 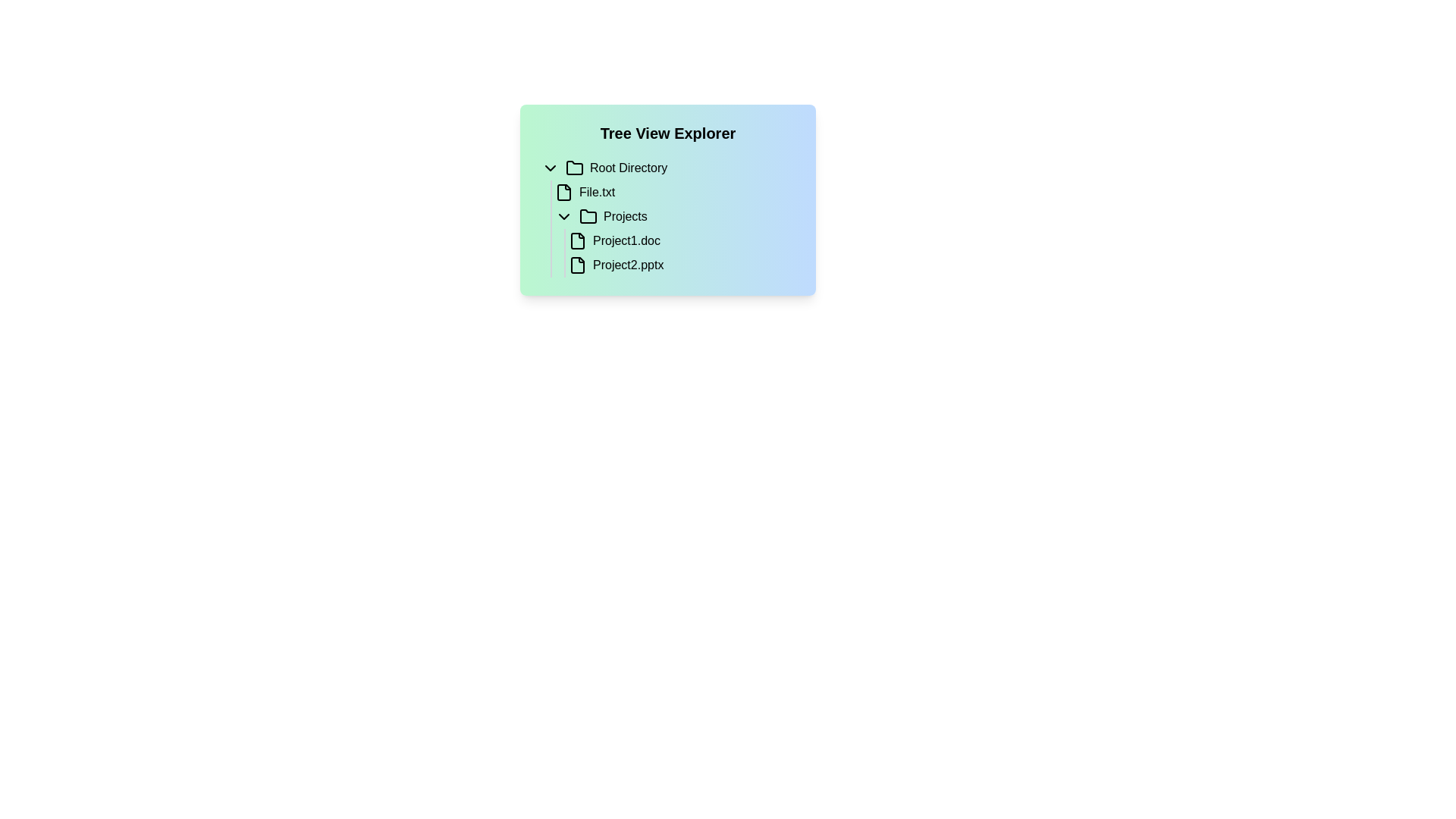 I want to click on the vertical list of file items under the 'Projects' directory, so click(x=679, y=253).